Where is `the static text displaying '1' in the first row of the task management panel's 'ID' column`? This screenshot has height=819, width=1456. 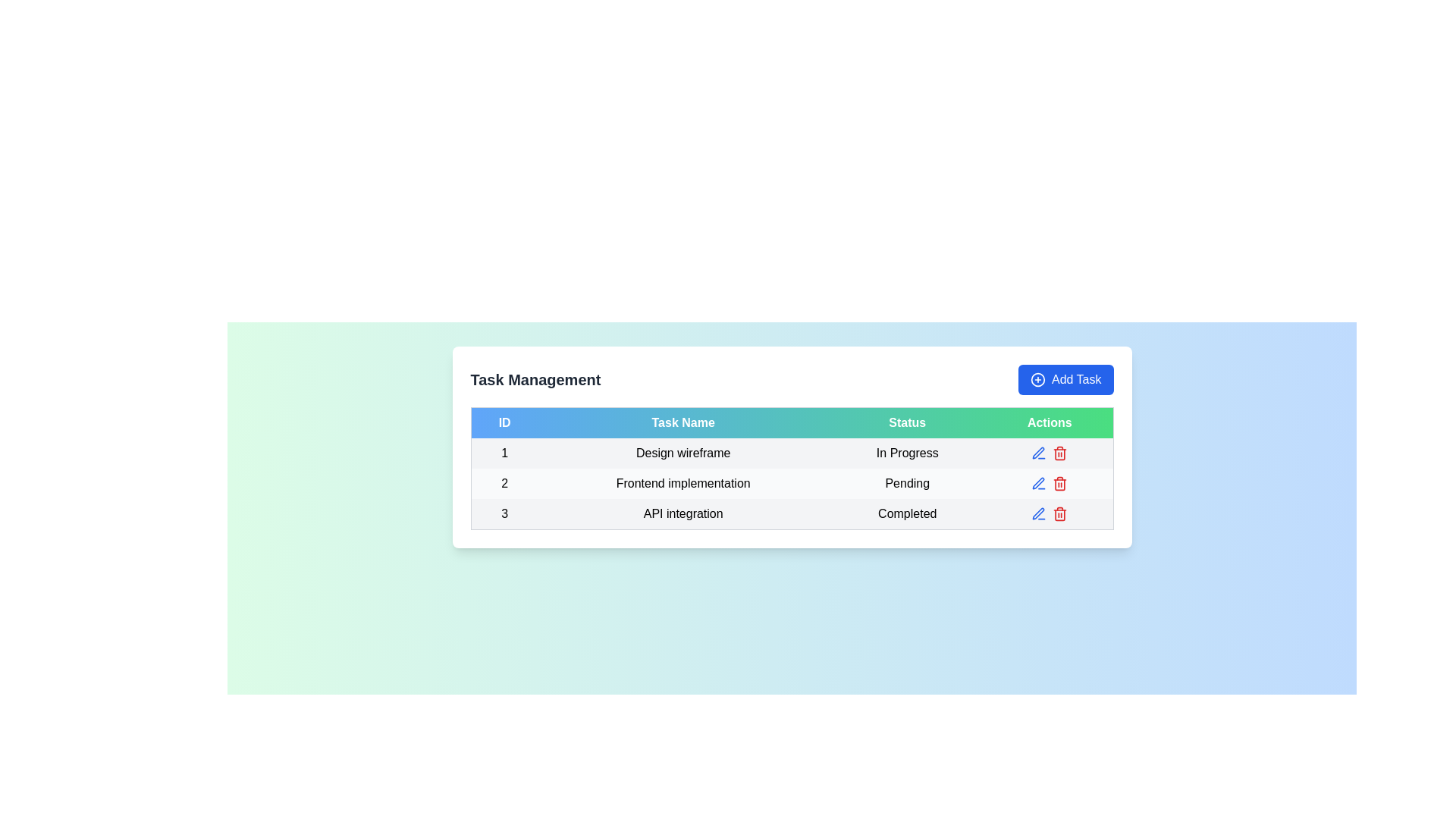 the static text displaying '1' in the first row of the task management panel's 'ID' column is located at coordinates (504, 452).